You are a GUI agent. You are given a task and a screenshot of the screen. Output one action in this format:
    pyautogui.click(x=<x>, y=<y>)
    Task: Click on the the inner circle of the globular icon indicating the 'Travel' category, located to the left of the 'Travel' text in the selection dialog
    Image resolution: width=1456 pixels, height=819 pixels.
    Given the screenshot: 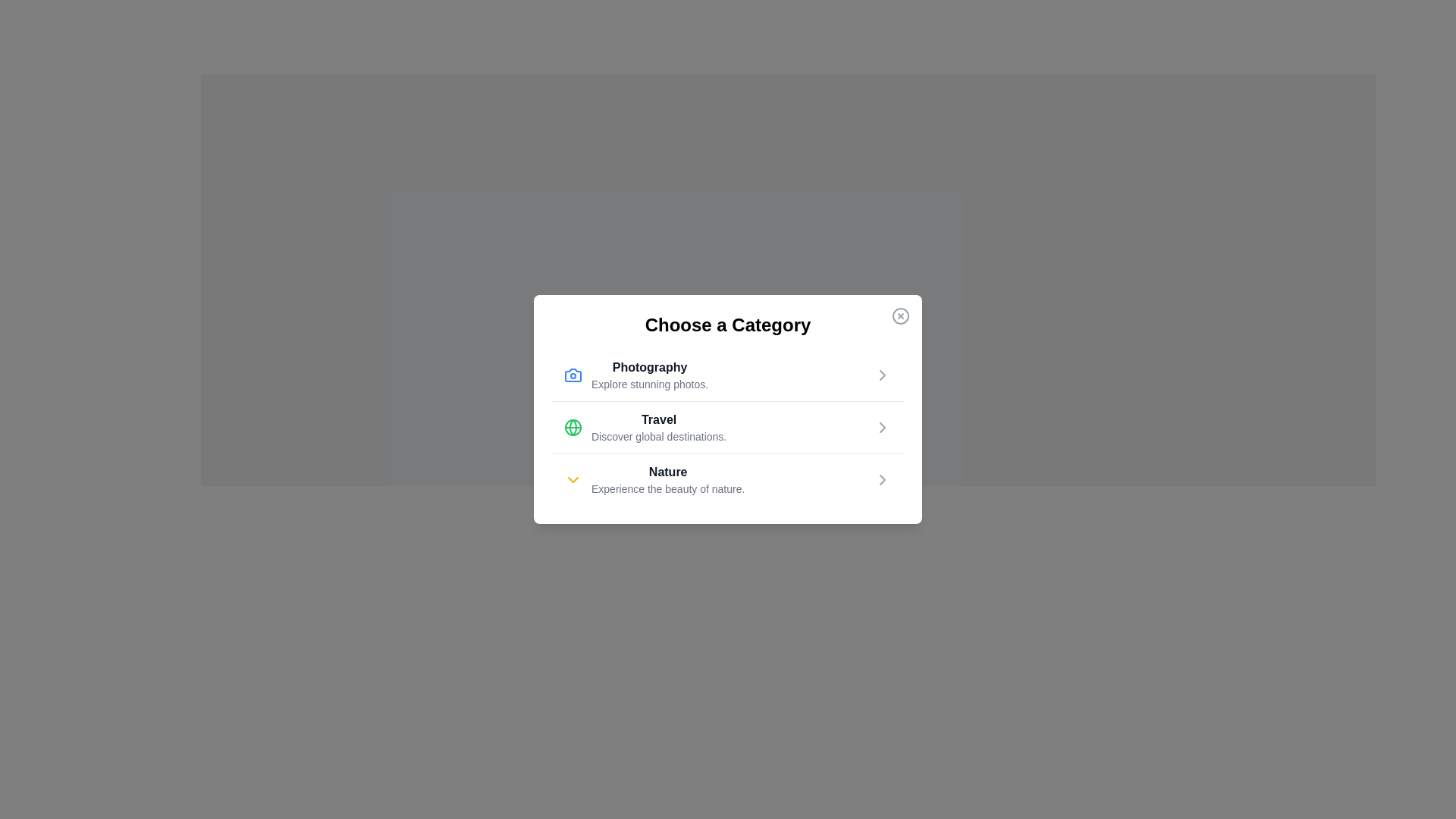 What is the action you would take?
    pyautogui.click(x=572, y=427)
    